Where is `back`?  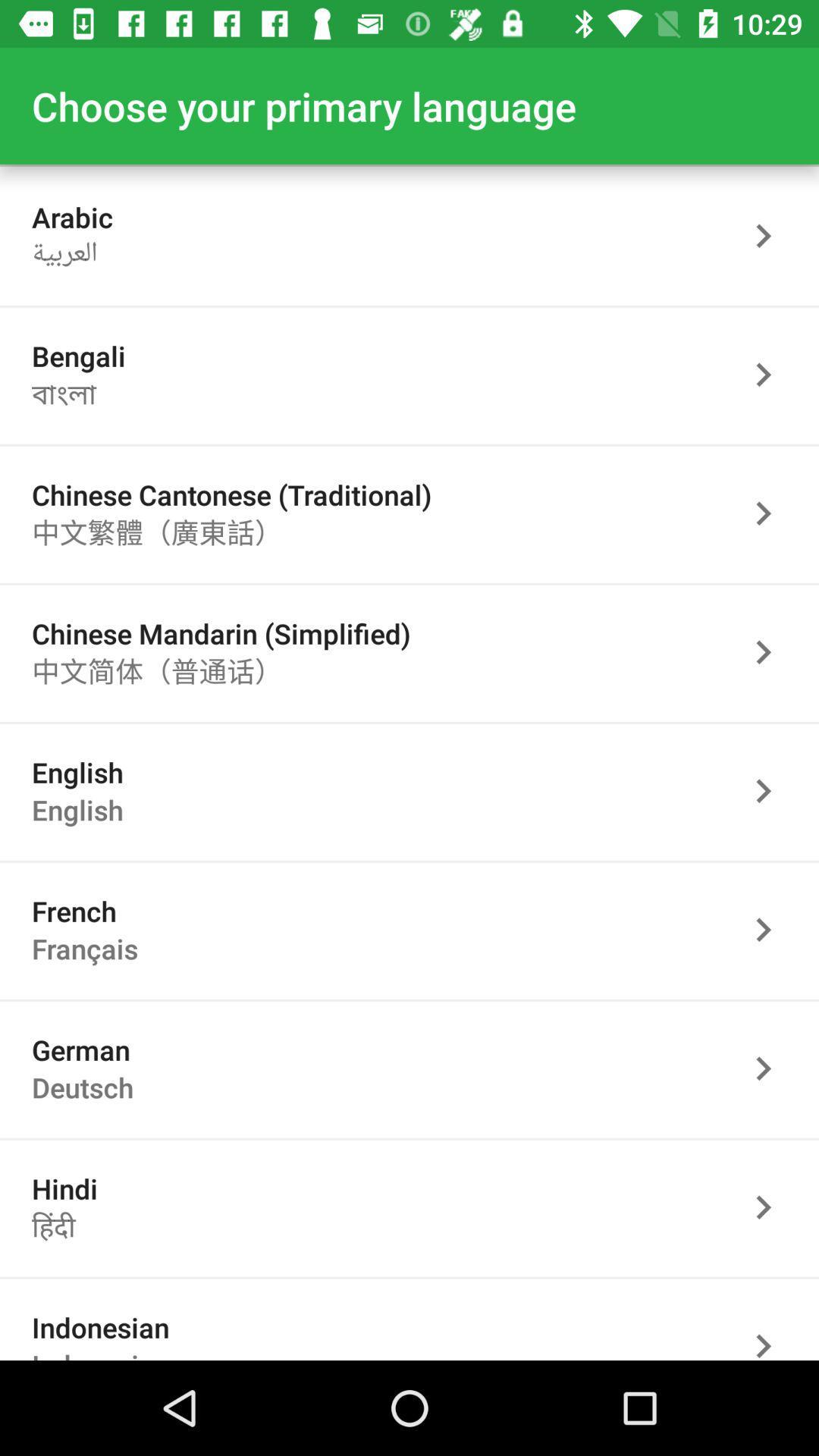 back is located at coordinates (771, 790).